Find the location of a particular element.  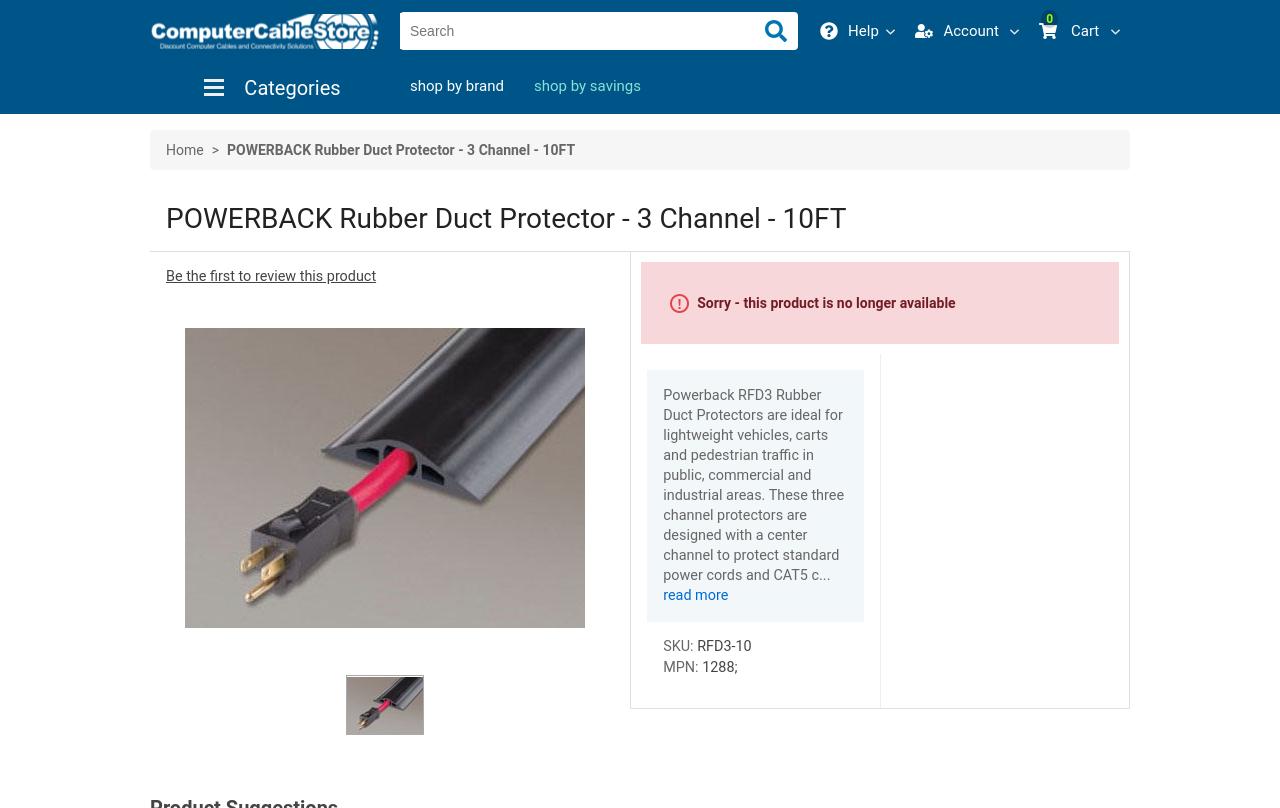

'>' is located at coordinates (215, 148).